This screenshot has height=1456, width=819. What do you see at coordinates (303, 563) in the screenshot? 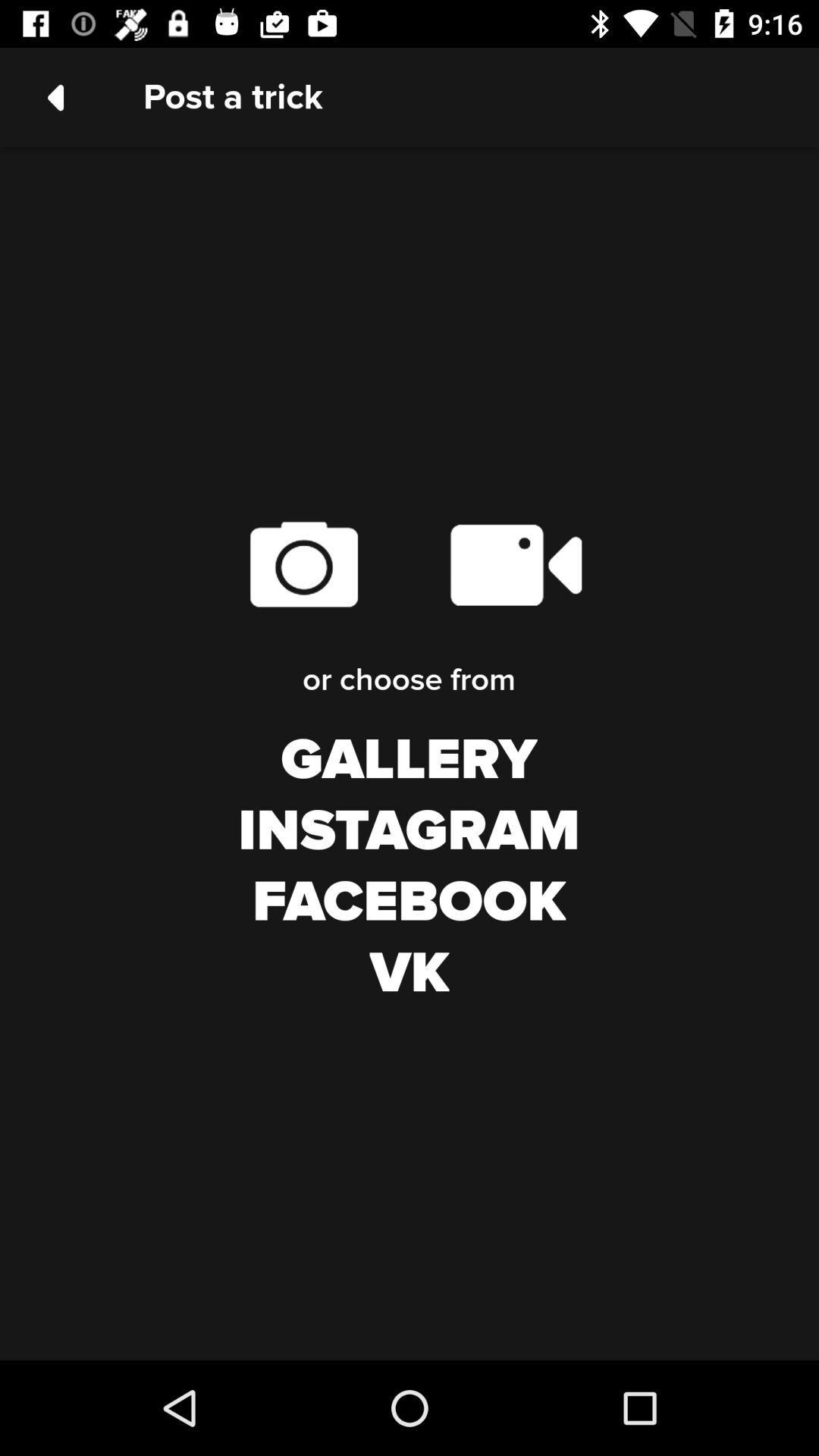
I see `item above or choose from item` at bounding box center [303, 563].